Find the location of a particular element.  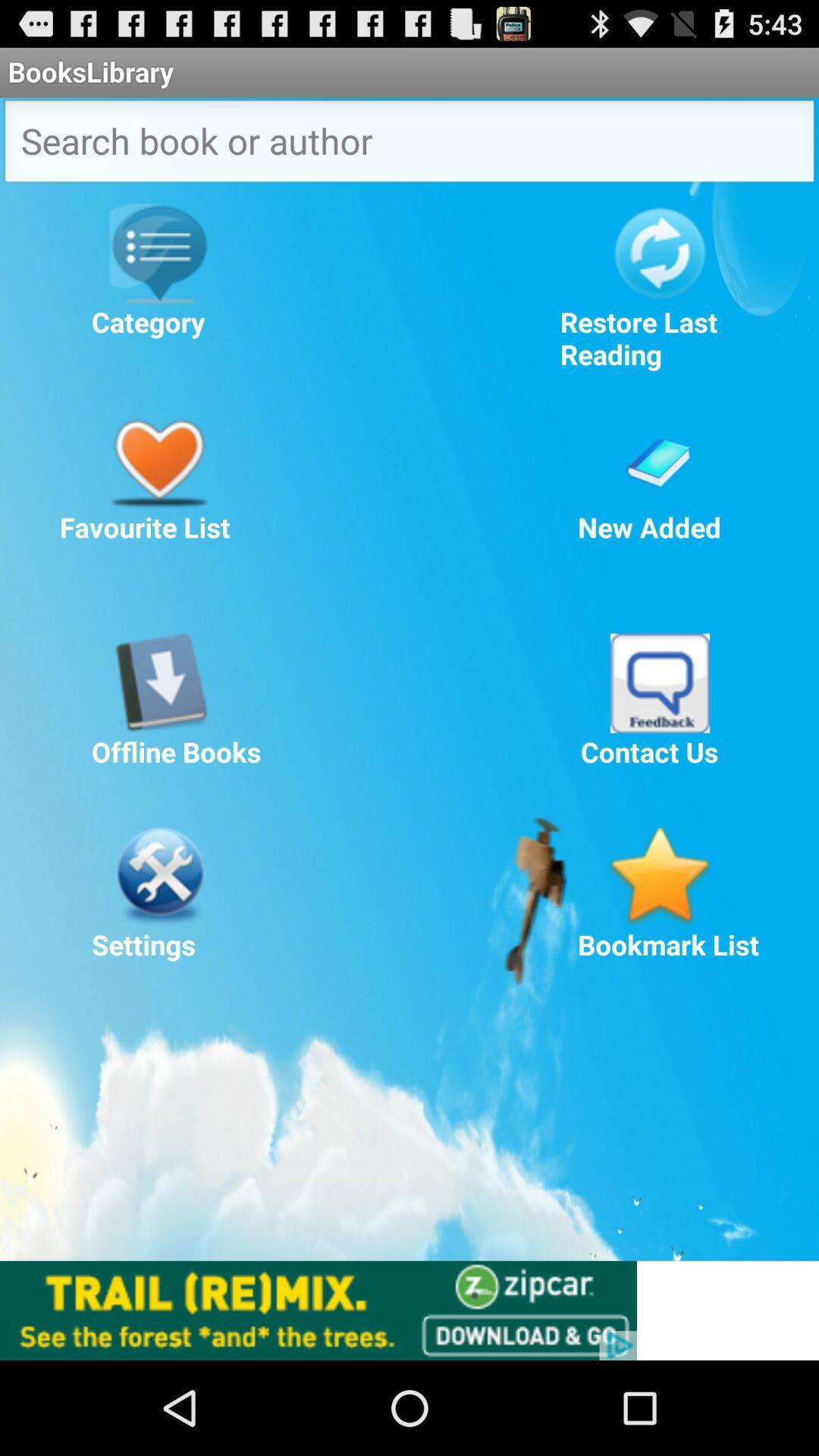

go bookmark list is located at coordinates (659, 876).